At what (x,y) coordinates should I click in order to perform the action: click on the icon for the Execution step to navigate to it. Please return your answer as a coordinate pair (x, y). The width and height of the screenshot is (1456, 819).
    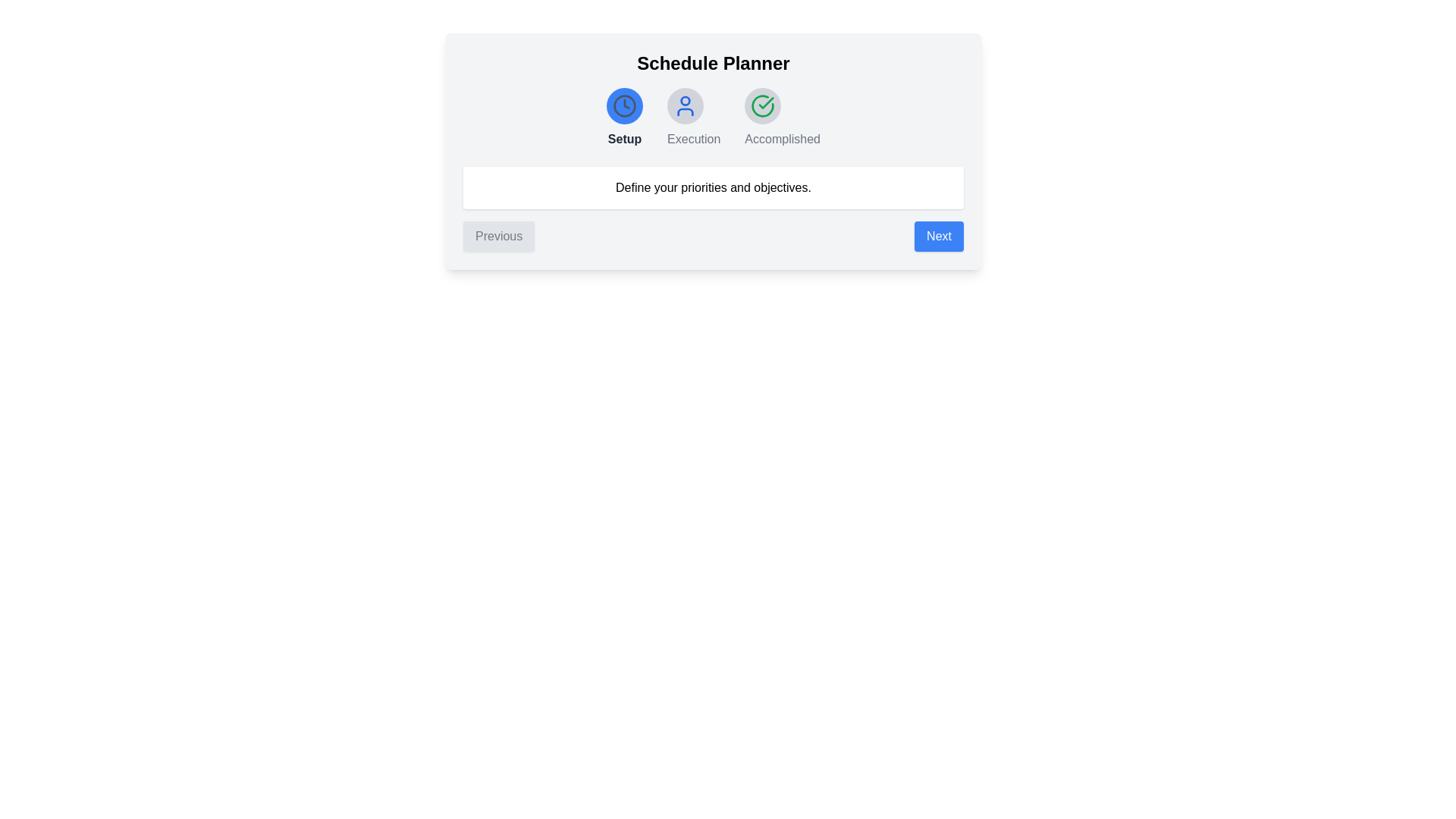
    Looking at the image, I should click on (685, 105).